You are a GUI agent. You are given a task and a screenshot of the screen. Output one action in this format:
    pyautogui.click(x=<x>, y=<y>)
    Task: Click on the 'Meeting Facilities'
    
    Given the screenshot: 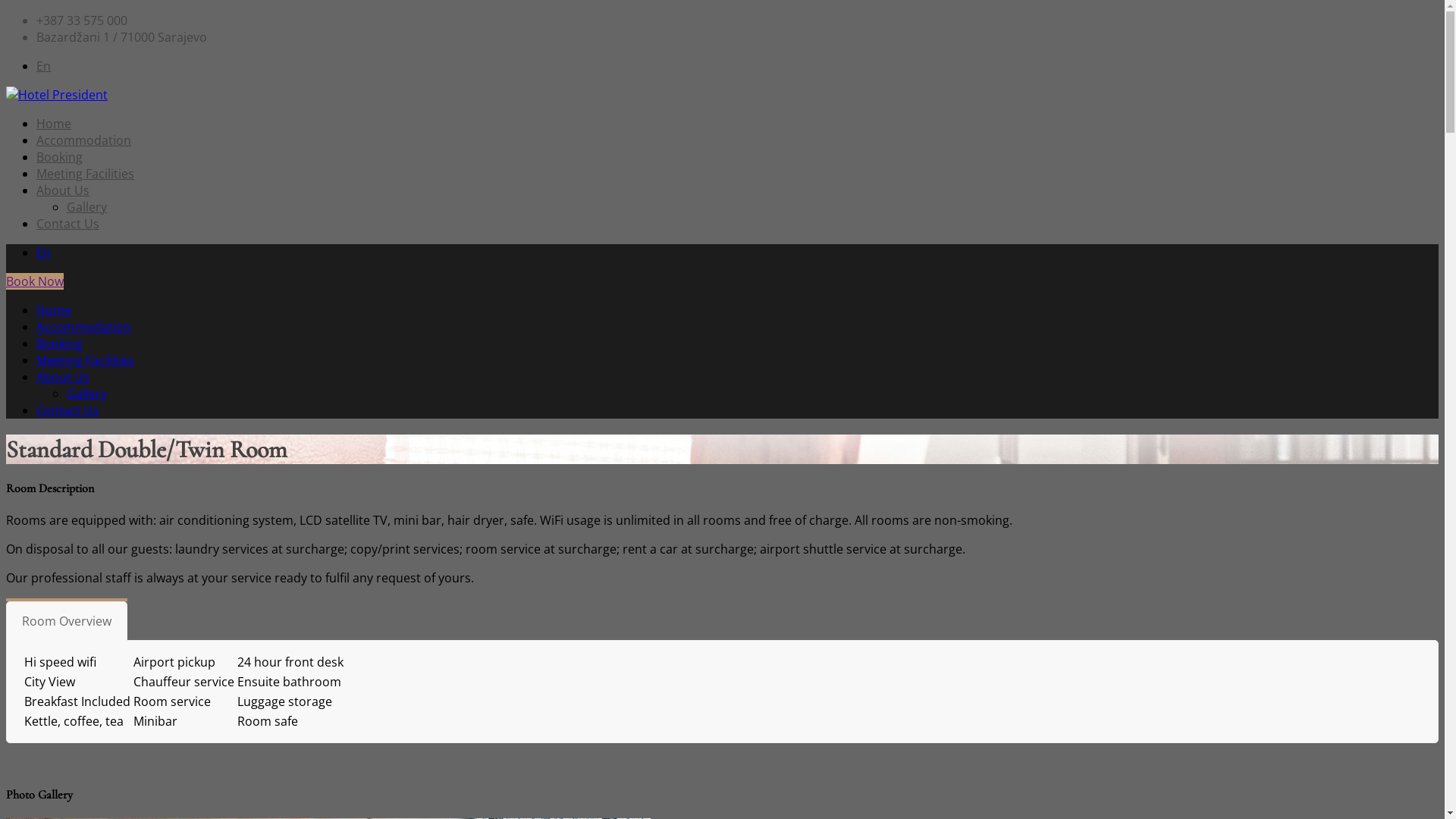 What is the action you would take?
    pyautogui.click(x=84, y=172)
    